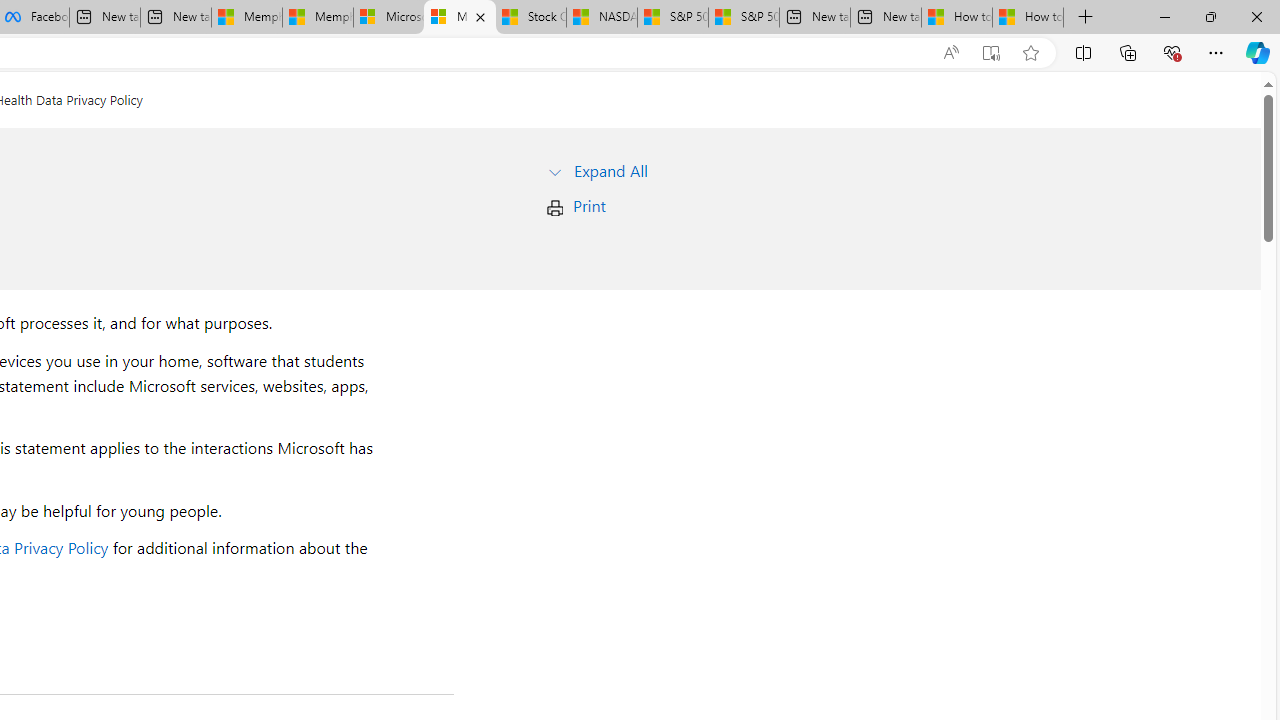 The height and width of the screenshot is (720, 1280). Describe the element at coordinates (1028, 17) in the screenshot. I see `'How to Use a Monitor With Your Closed Laptop'` at that location.